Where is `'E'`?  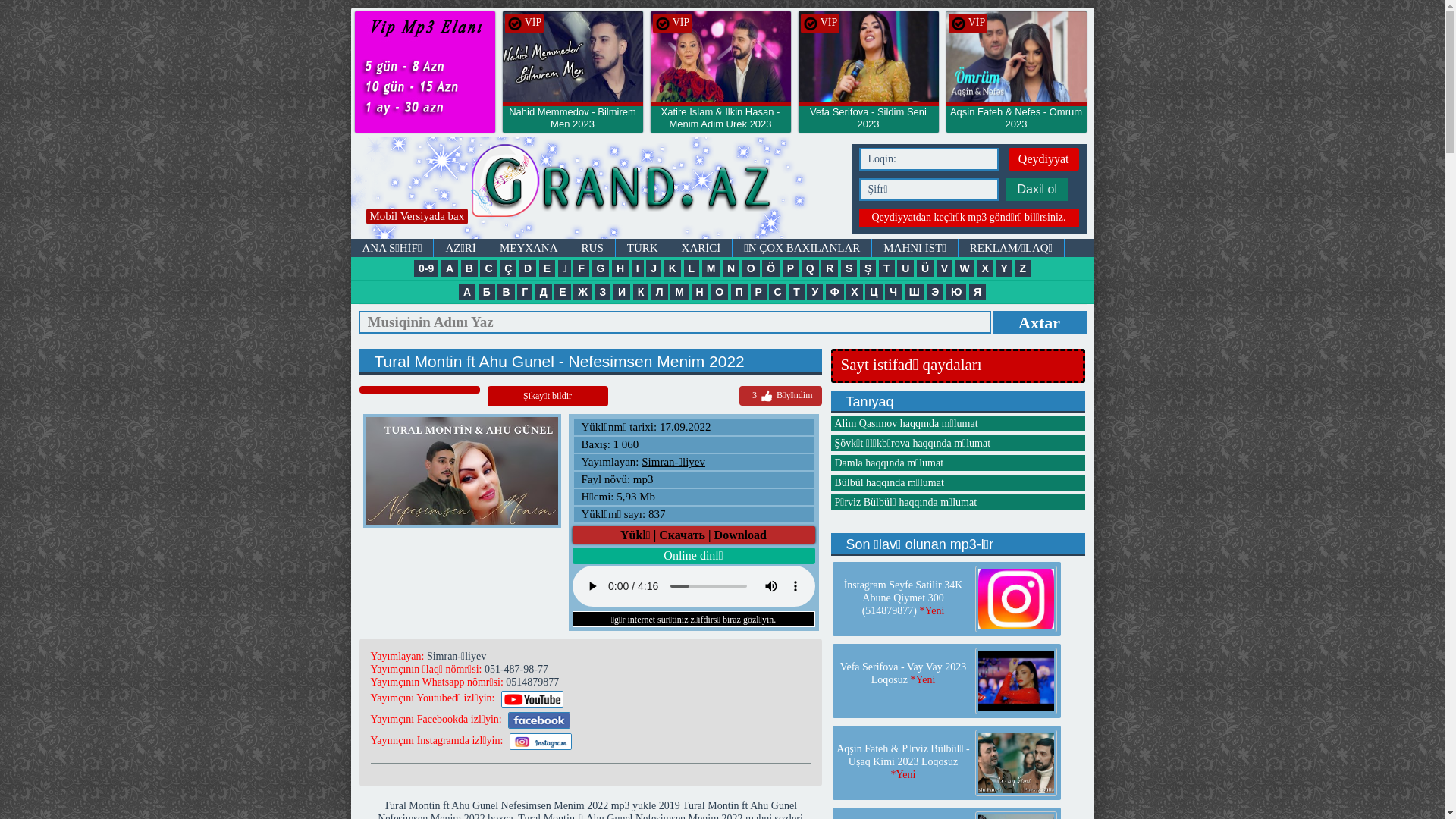
'E' is located at coordinates (546, 268).